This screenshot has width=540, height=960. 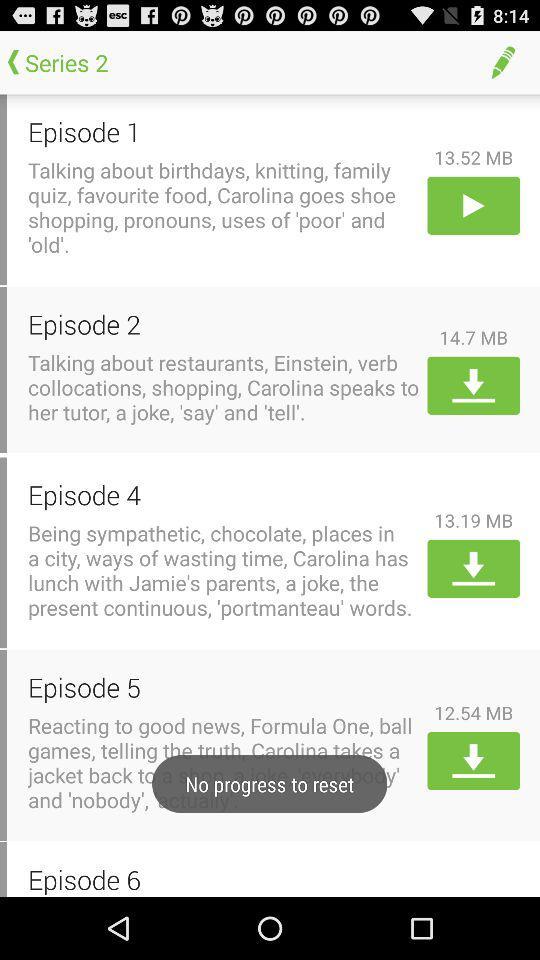 What do you see at coordinates (472, 760) in the screenshot?
I see `download the episode` at bounding box center [472, 760].